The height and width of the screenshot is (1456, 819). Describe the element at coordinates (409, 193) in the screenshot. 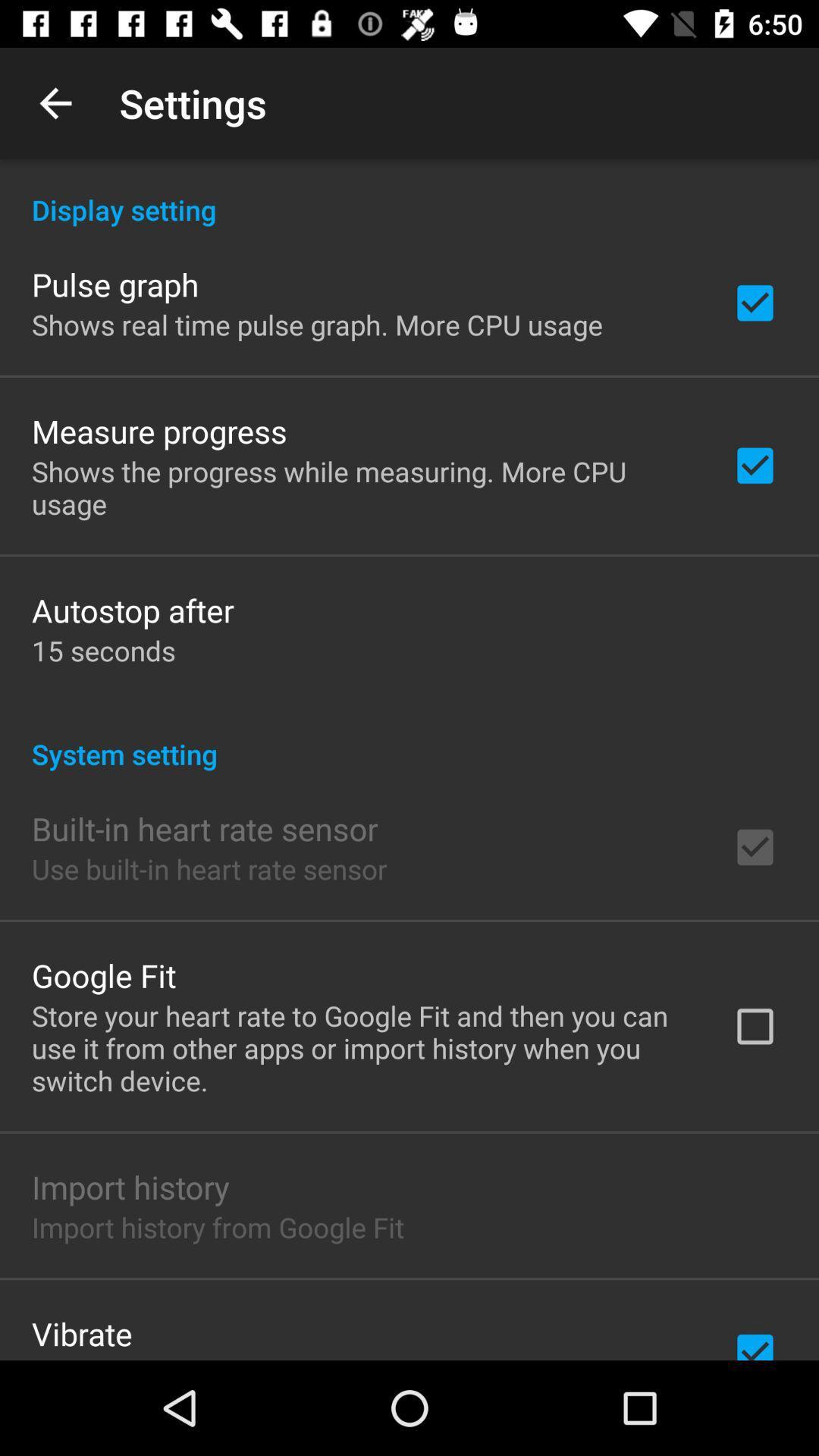

I see `icon above the pulse graph icon` at that location.